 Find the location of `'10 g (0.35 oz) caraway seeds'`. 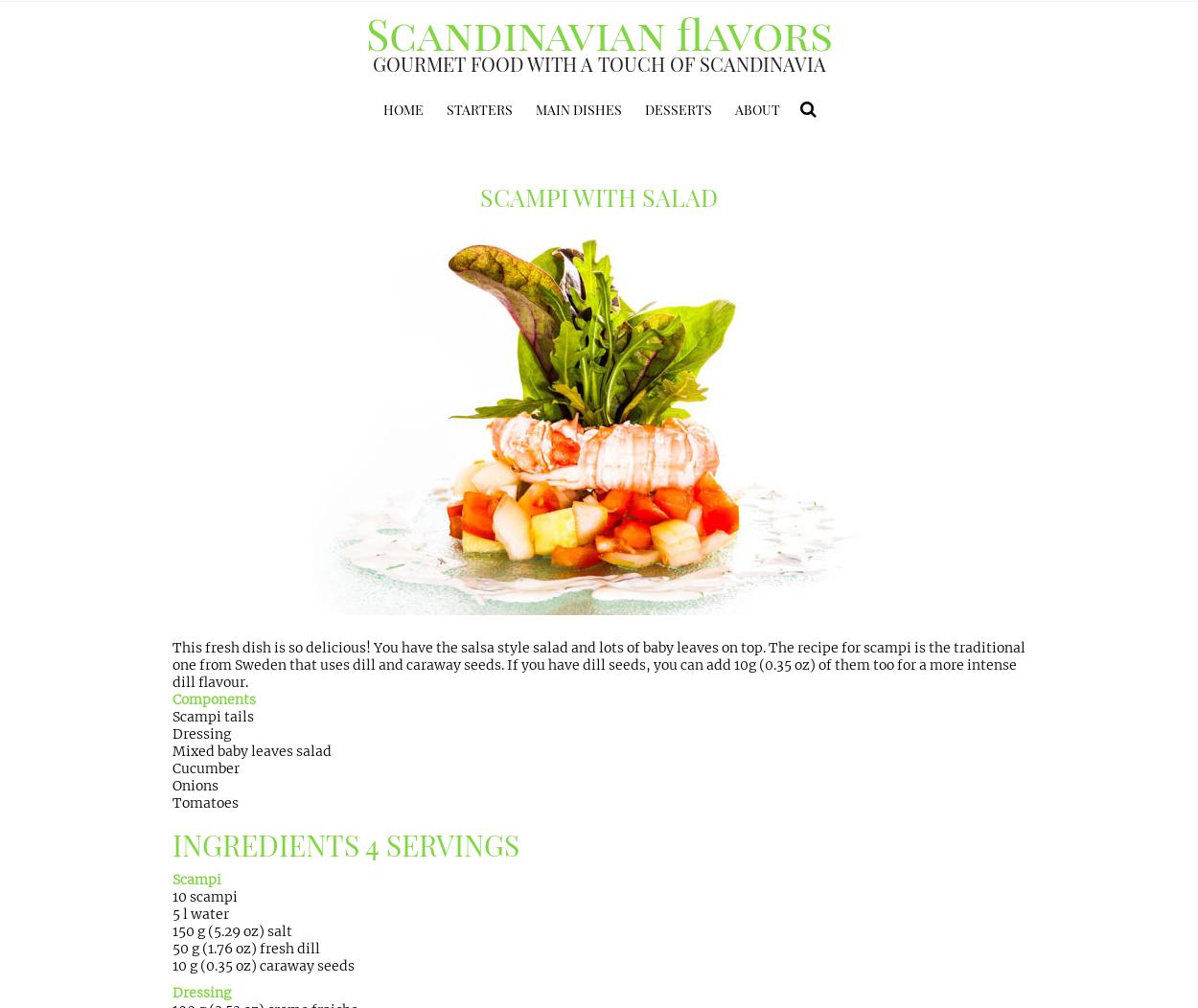

'10 g (0.35 oz) caraway seeds' is located at coordinates (264, 966).